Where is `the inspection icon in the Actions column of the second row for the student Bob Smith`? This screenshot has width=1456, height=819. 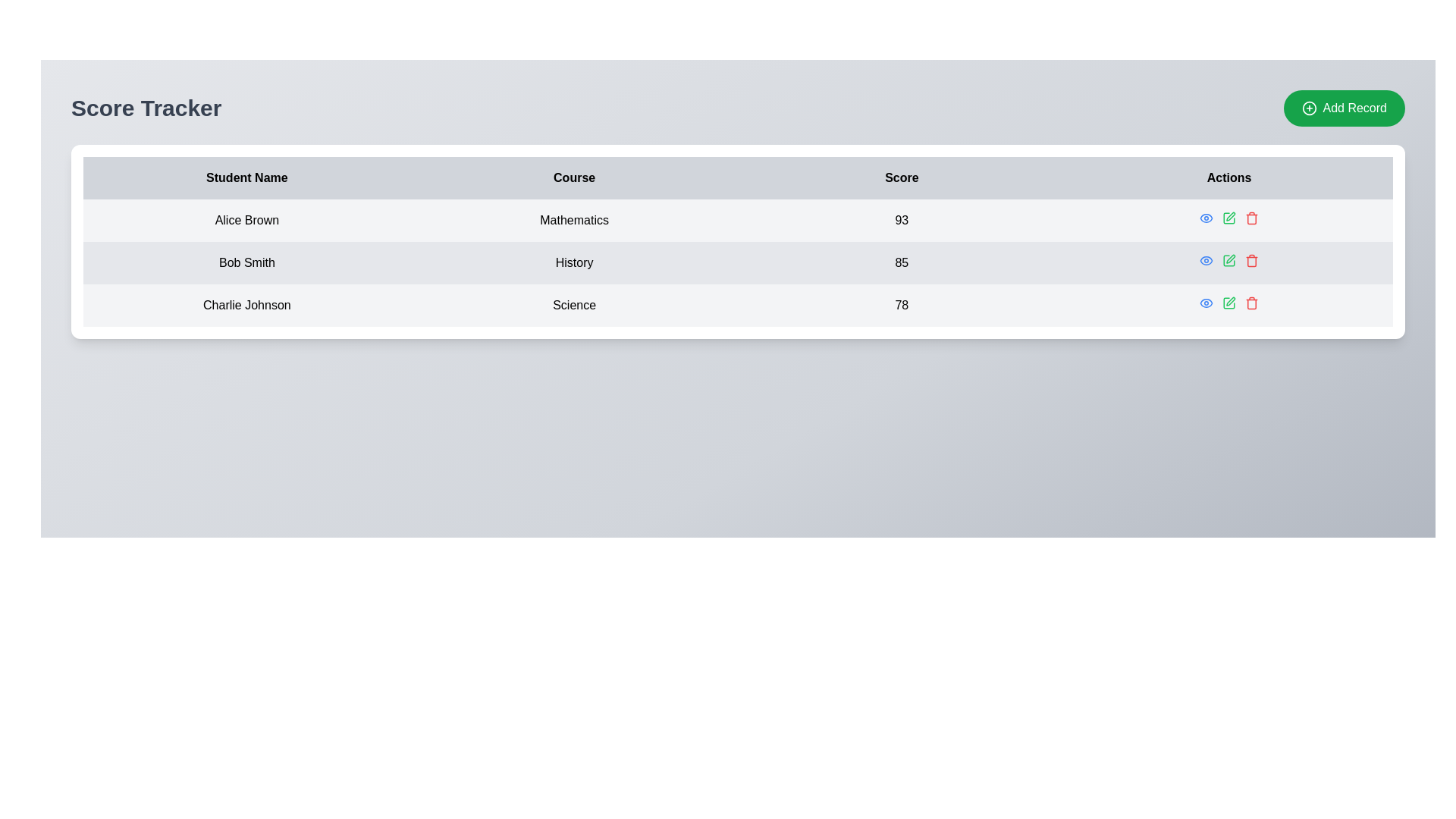 the inspection icon in the Actions column of the second row for the student Bob Smith is located at coordinates (1206, 218).